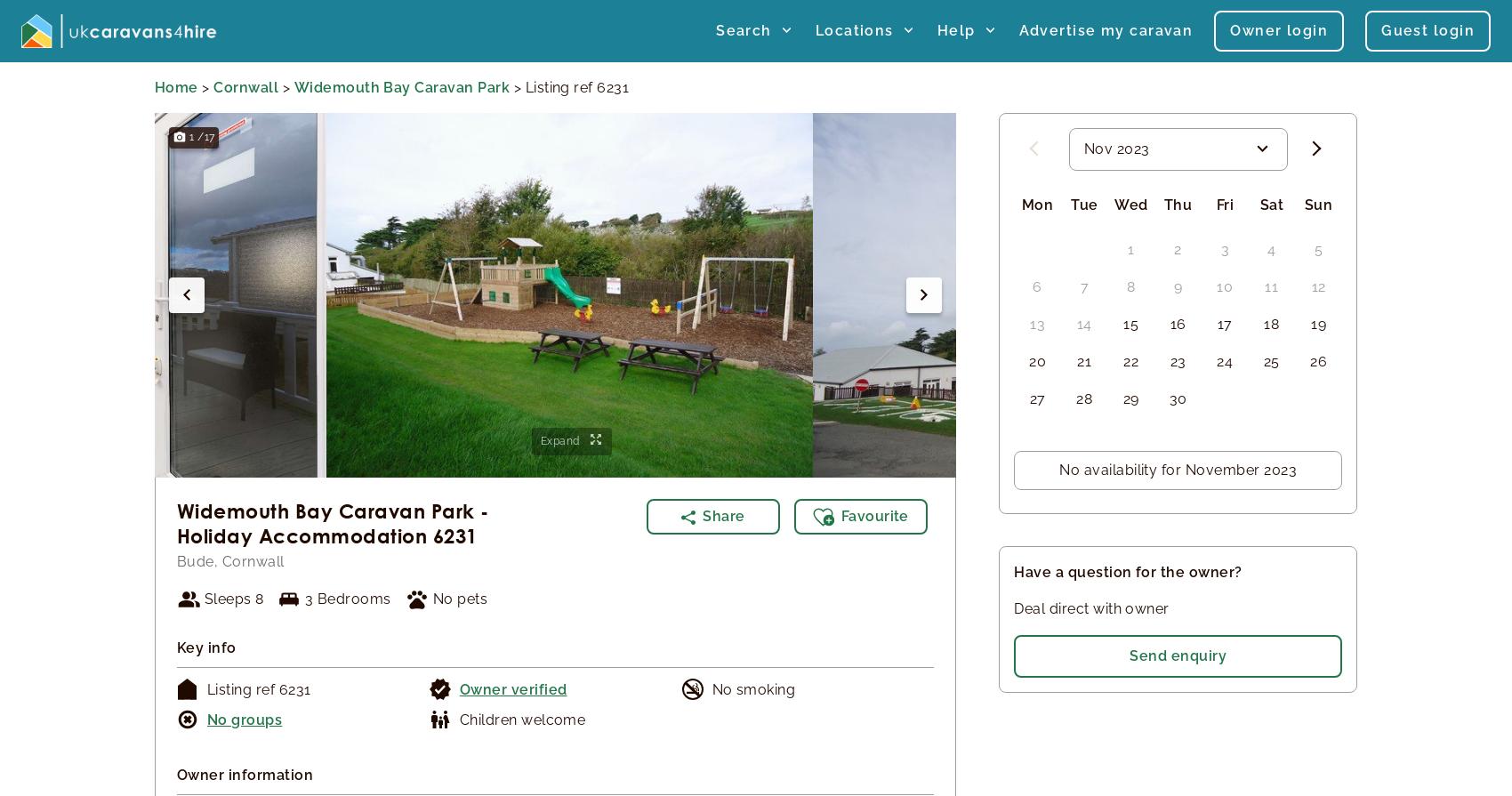 The height and width of the screenshot is (796, 1512). I want to click on 'Bude, Cornwall', so click(230, 560).